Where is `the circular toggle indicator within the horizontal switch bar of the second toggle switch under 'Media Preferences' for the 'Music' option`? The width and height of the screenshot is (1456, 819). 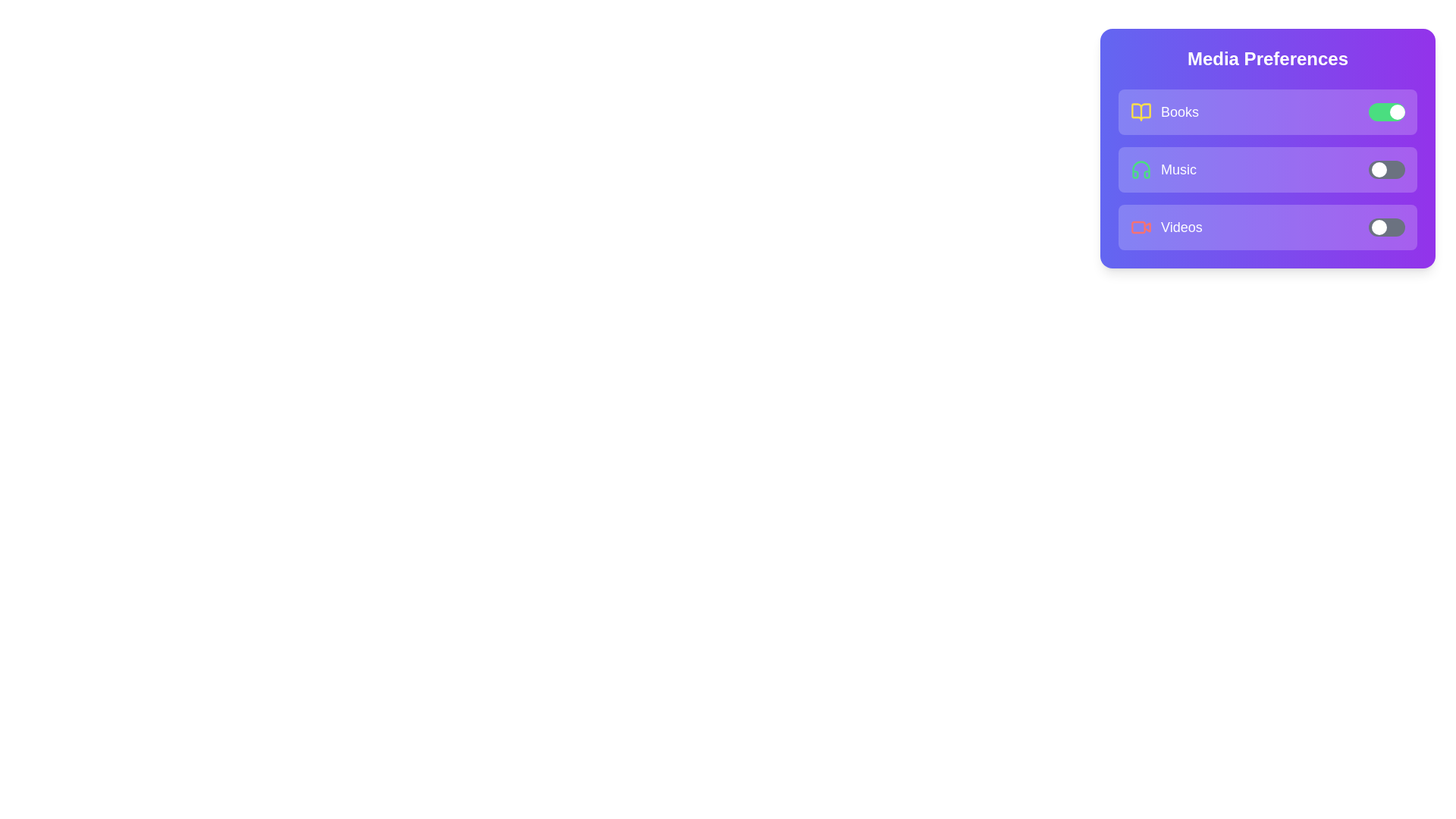
the circular toggle indicator within the horizontal switch bar of the second toggle switch under 'Media Preferences' for the 'Music' option is located at coordinates (1379, 169).